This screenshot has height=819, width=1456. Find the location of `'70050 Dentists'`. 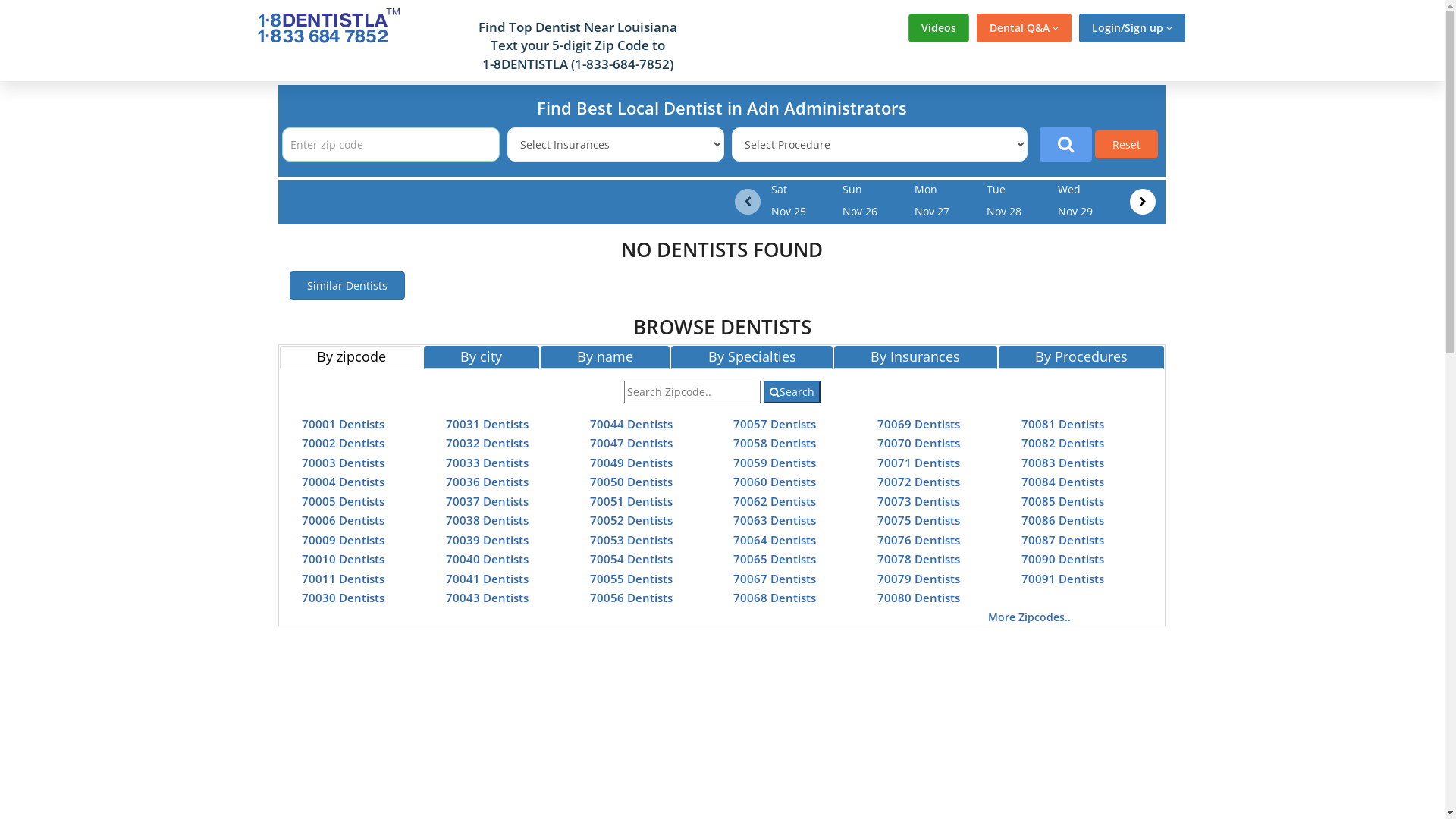

'70050 Dentists' is located at coordinates (631, 482).